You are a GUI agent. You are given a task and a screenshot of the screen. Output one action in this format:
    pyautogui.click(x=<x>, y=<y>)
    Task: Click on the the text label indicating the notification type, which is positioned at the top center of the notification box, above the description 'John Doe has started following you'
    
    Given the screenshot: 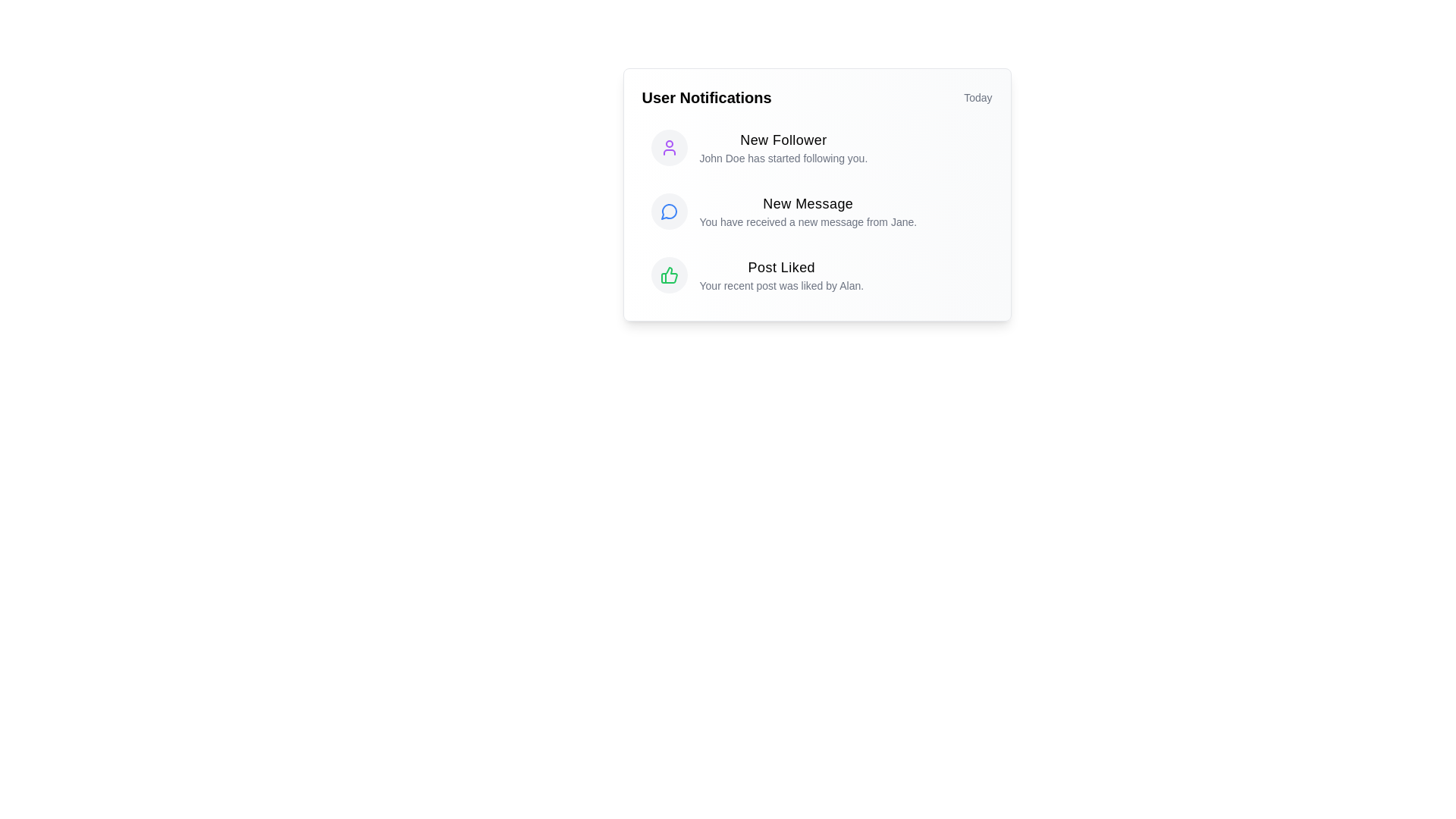 What is the action you would take?
    pyautogui.click(x=783, y=140)
    